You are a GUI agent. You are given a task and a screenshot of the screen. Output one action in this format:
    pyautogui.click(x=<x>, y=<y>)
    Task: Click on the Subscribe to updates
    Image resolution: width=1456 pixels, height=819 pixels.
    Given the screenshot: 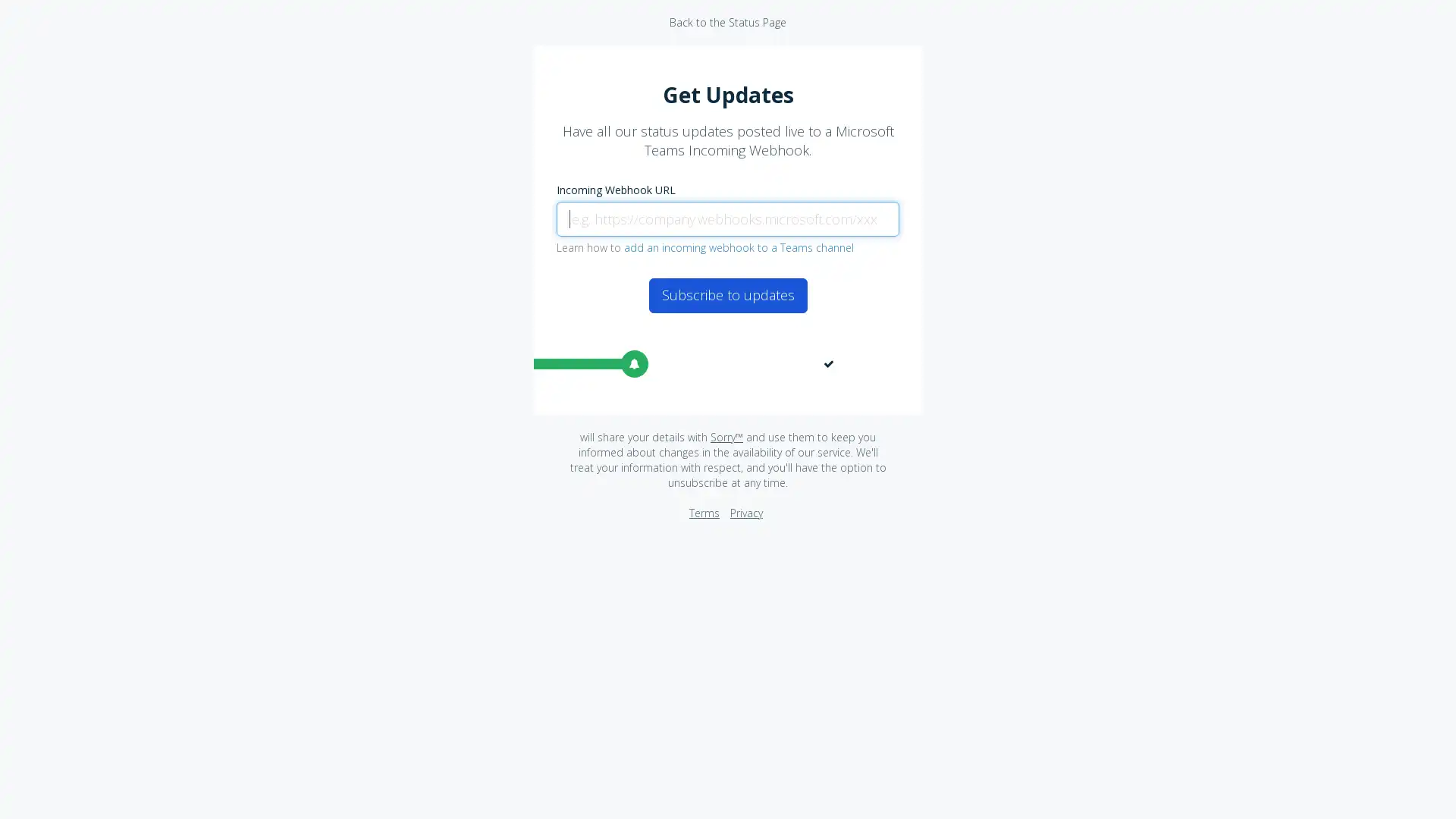 What is the action you would take?
    pyautogui.click(x=726, y=295)
    